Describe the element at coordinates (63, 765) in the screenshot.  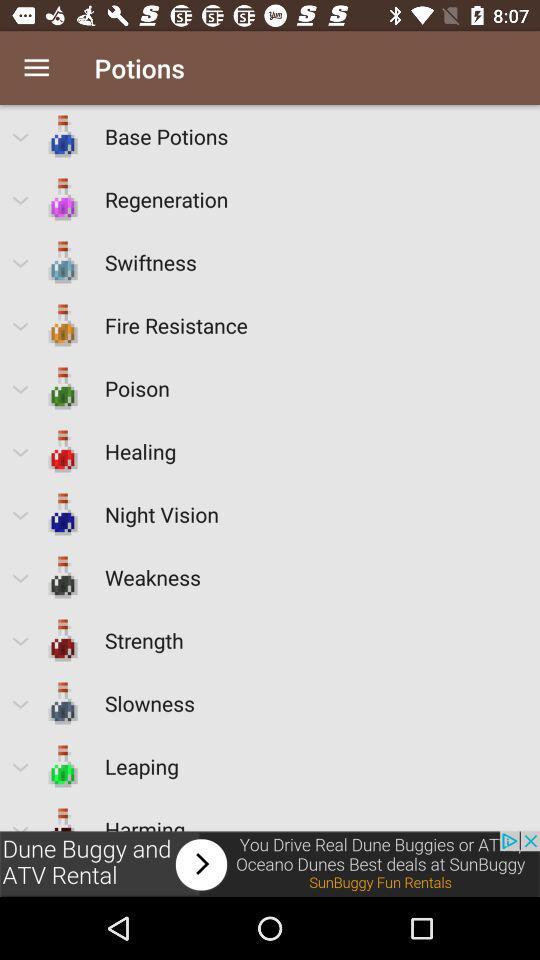
I see `the icon which is left to leaping` at that location.